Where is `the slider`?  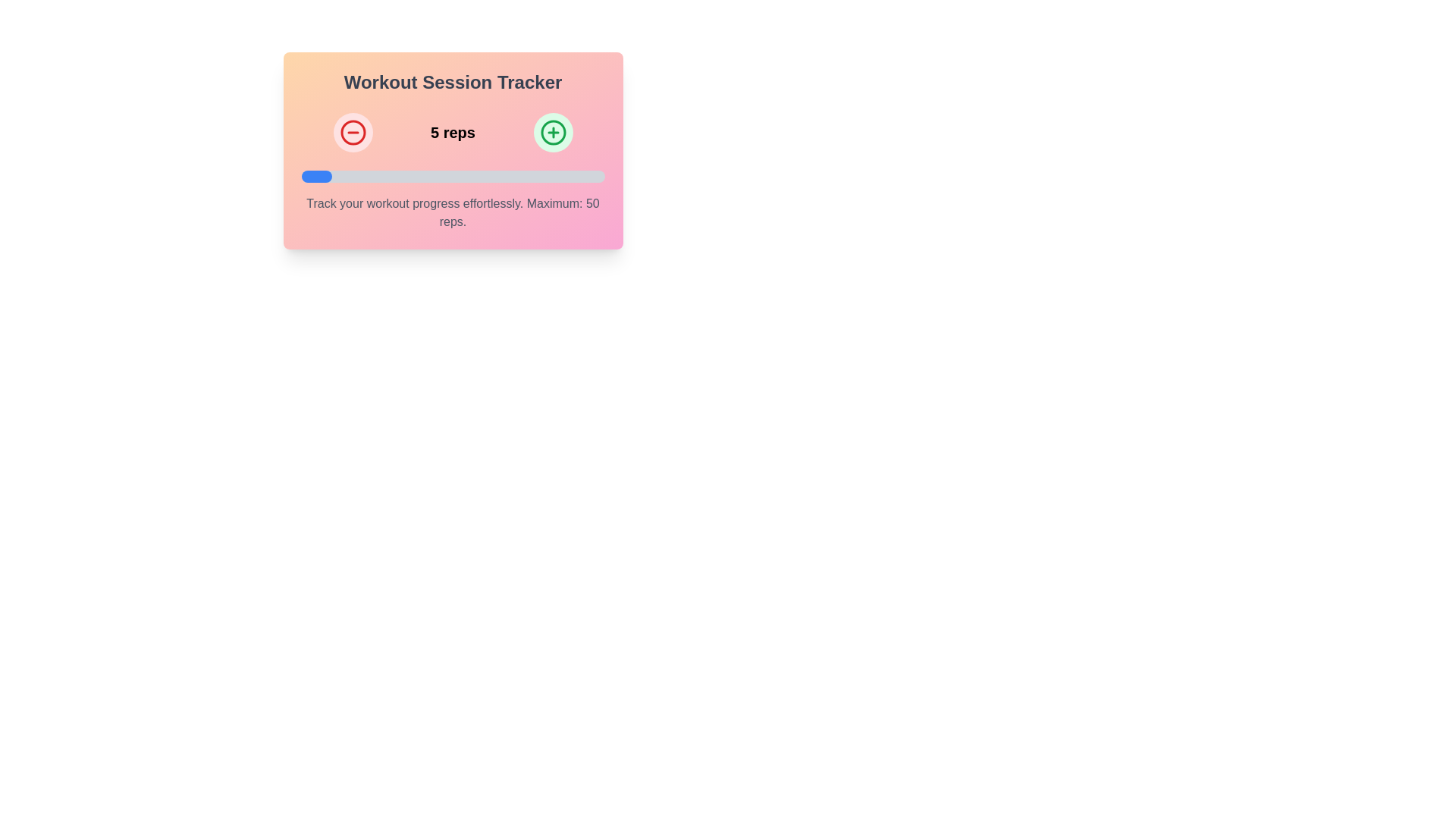 the slider is located at coordinates (320, 175).